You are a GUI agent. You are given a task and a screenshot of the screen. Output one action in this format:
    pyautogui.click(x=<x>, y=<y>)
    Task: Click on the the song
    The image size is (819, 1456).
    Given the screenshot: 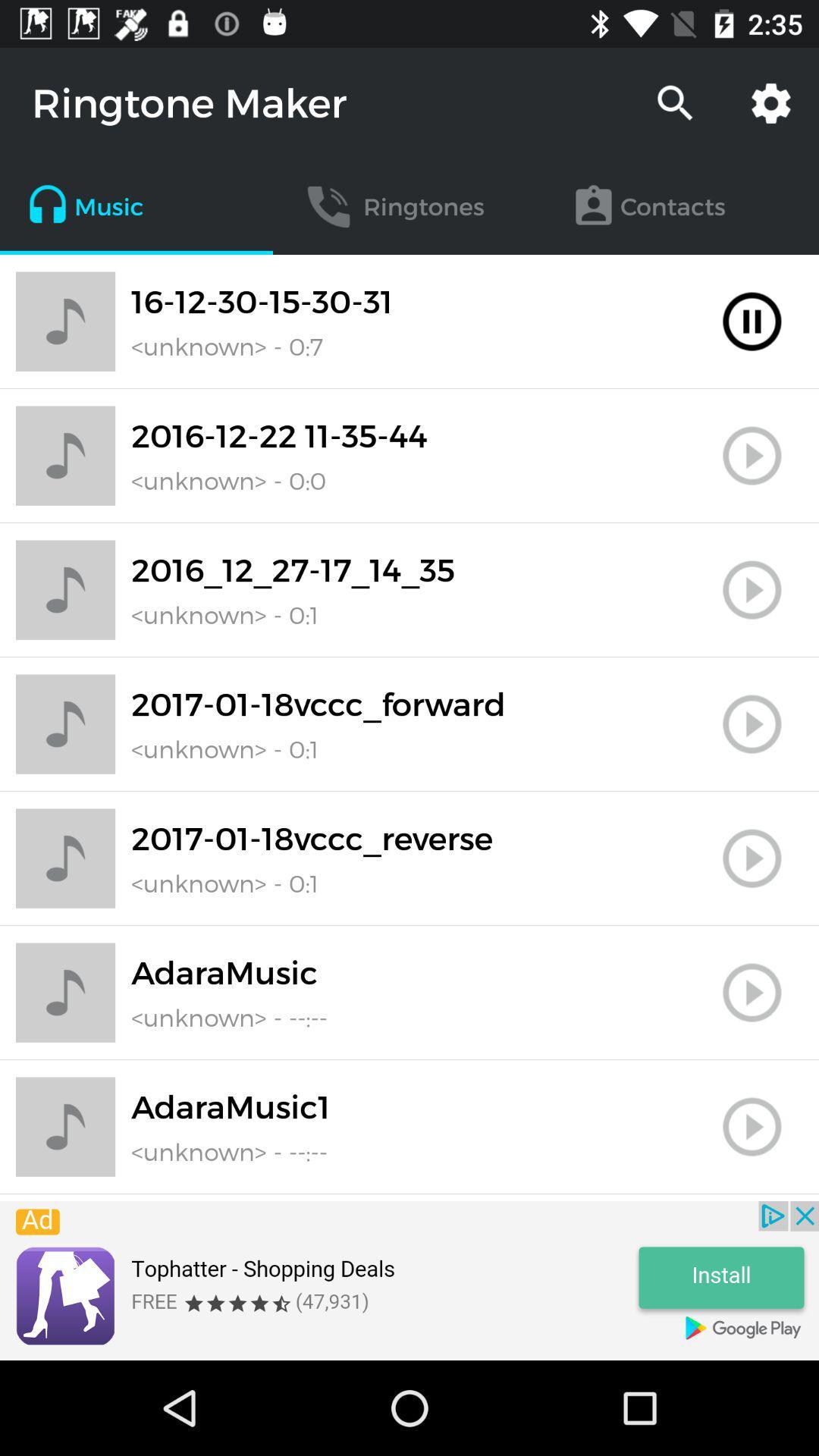 What is the action you would take?
    pyautogui.click(x=752, y=993)
    